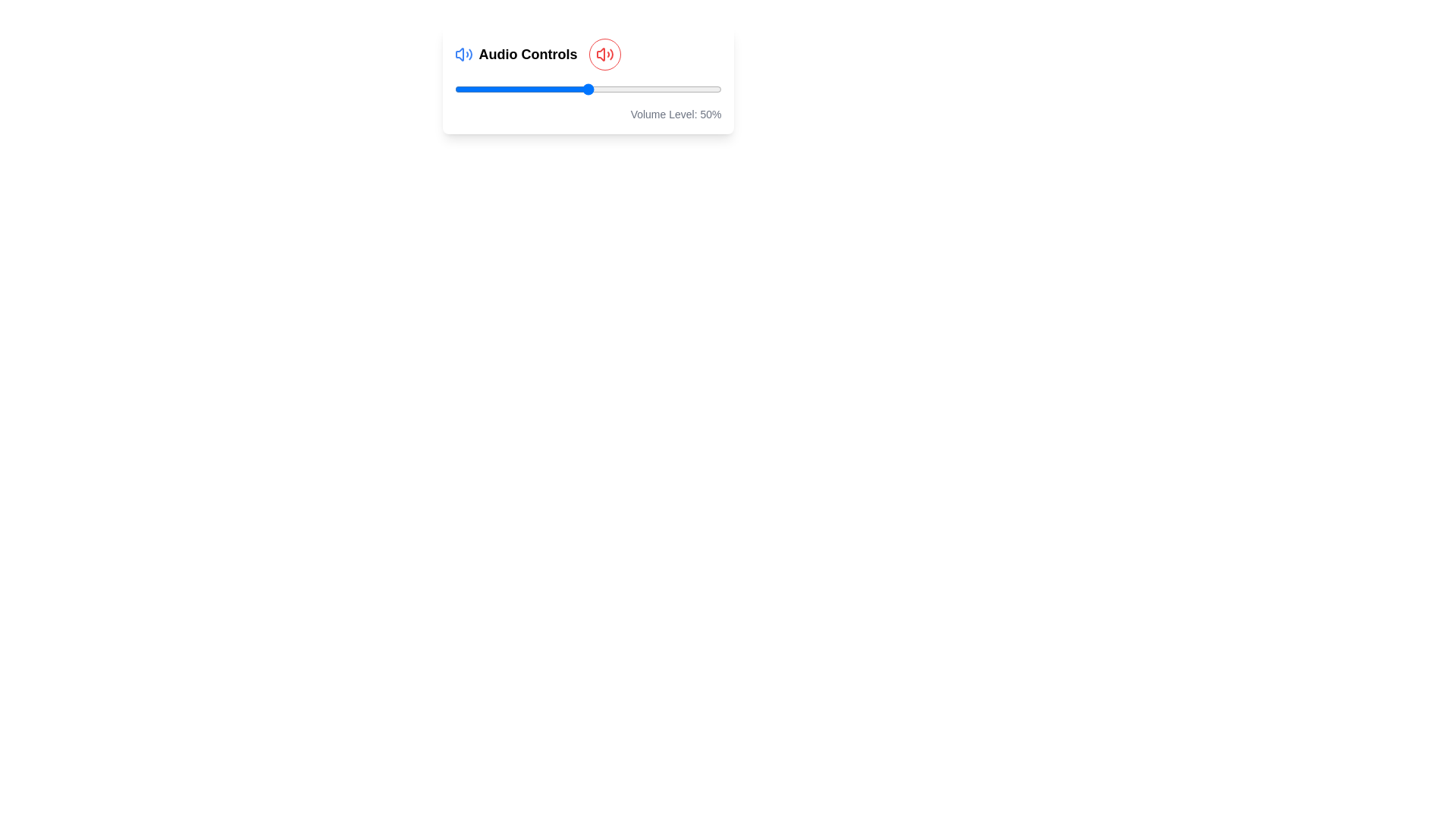 The image size is (1456, 819). What do you see at coordinates (489, 89) in the screenshot?
I see `the volume slider to 13% by dragging the slider to the corresponding position` at bounding box center [489, 89].